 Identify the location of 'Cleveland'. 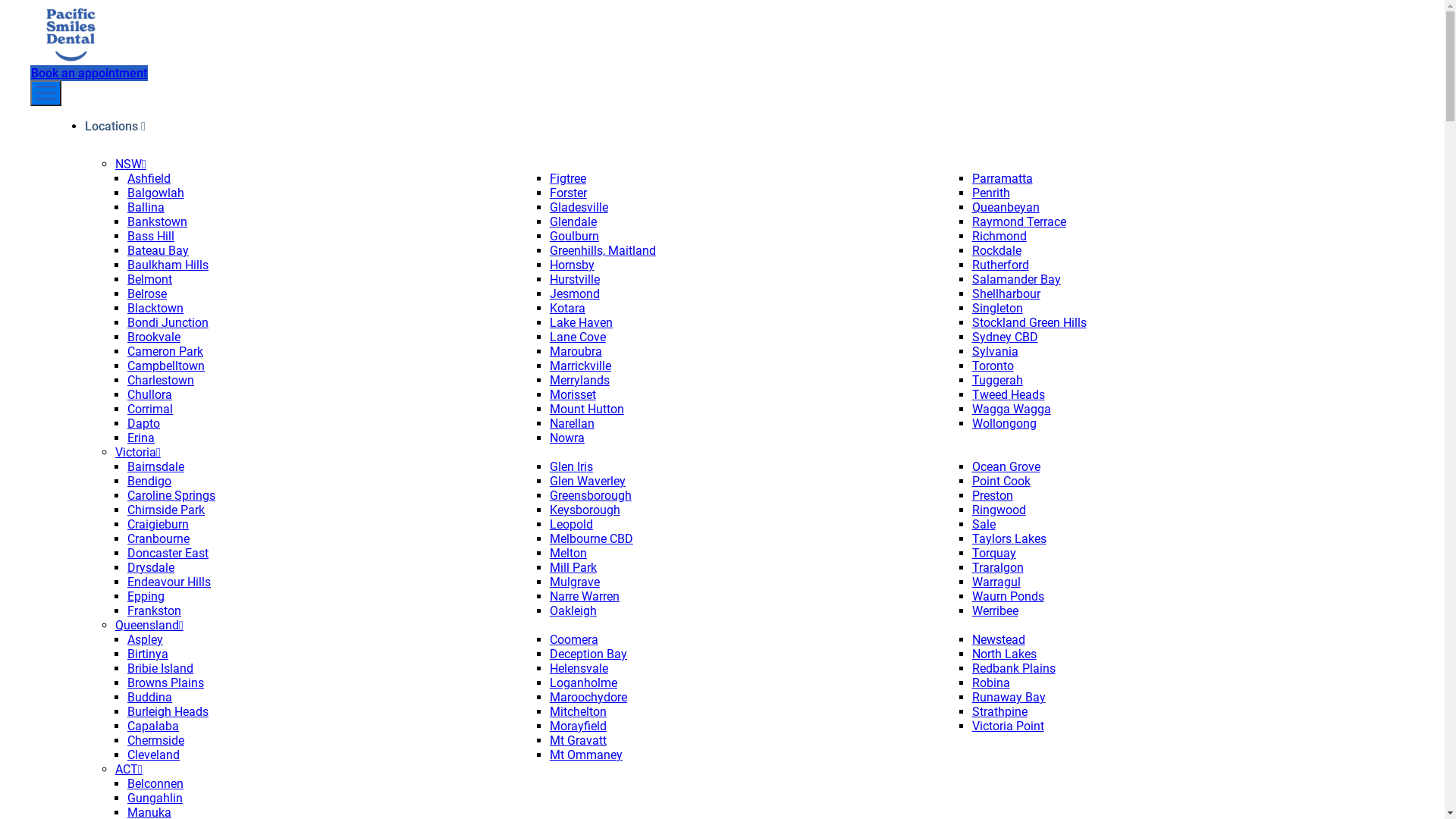
(153, 755).